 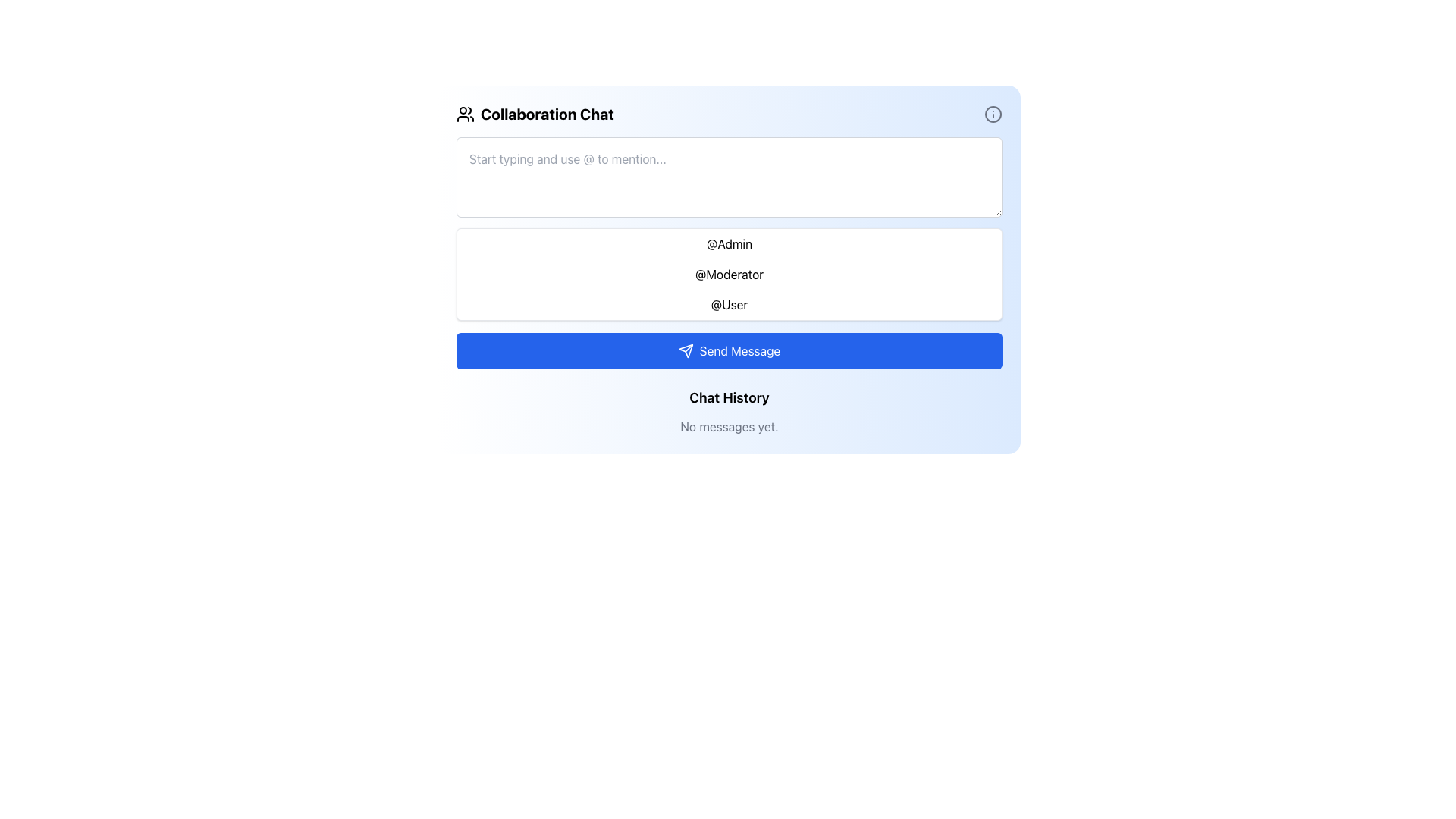 I want to click on the collaboration icon located in the top-left corner of the header bar of the 'Collaboration Chat' section, which visually represents group collaboration, so click(x=465, y=113).